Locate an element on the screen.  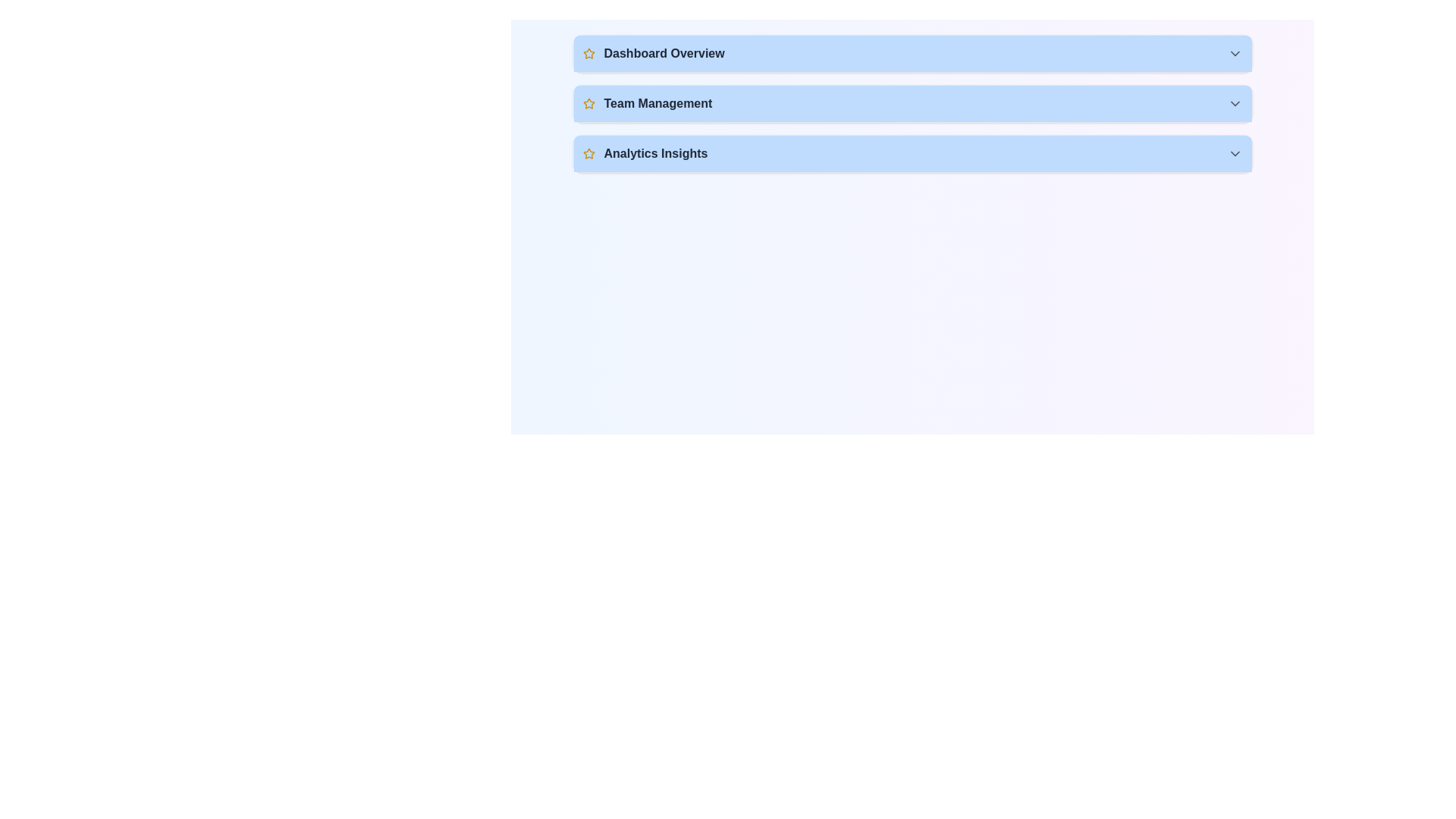
the favorite icon located before the 'Team Management' text to mark it as favorite or rate is located at coordinates (588, 103).